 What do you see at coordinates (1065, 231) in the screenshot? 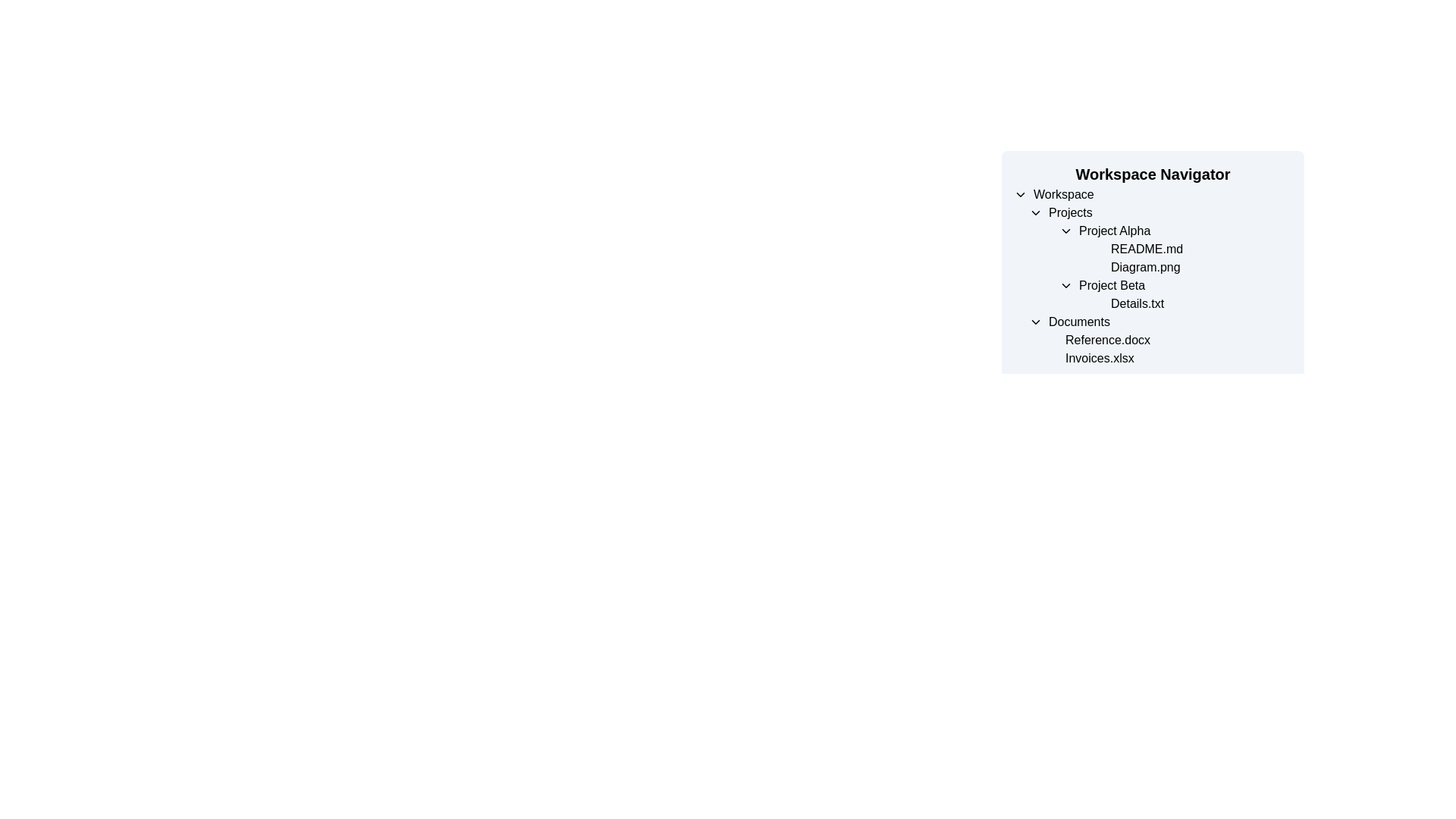
I see `the small downward-oriented triangular chevron icon located to the left of the 'Project Alpha' text label to indicate interaction possibility` at bounding box center [1065, 231].